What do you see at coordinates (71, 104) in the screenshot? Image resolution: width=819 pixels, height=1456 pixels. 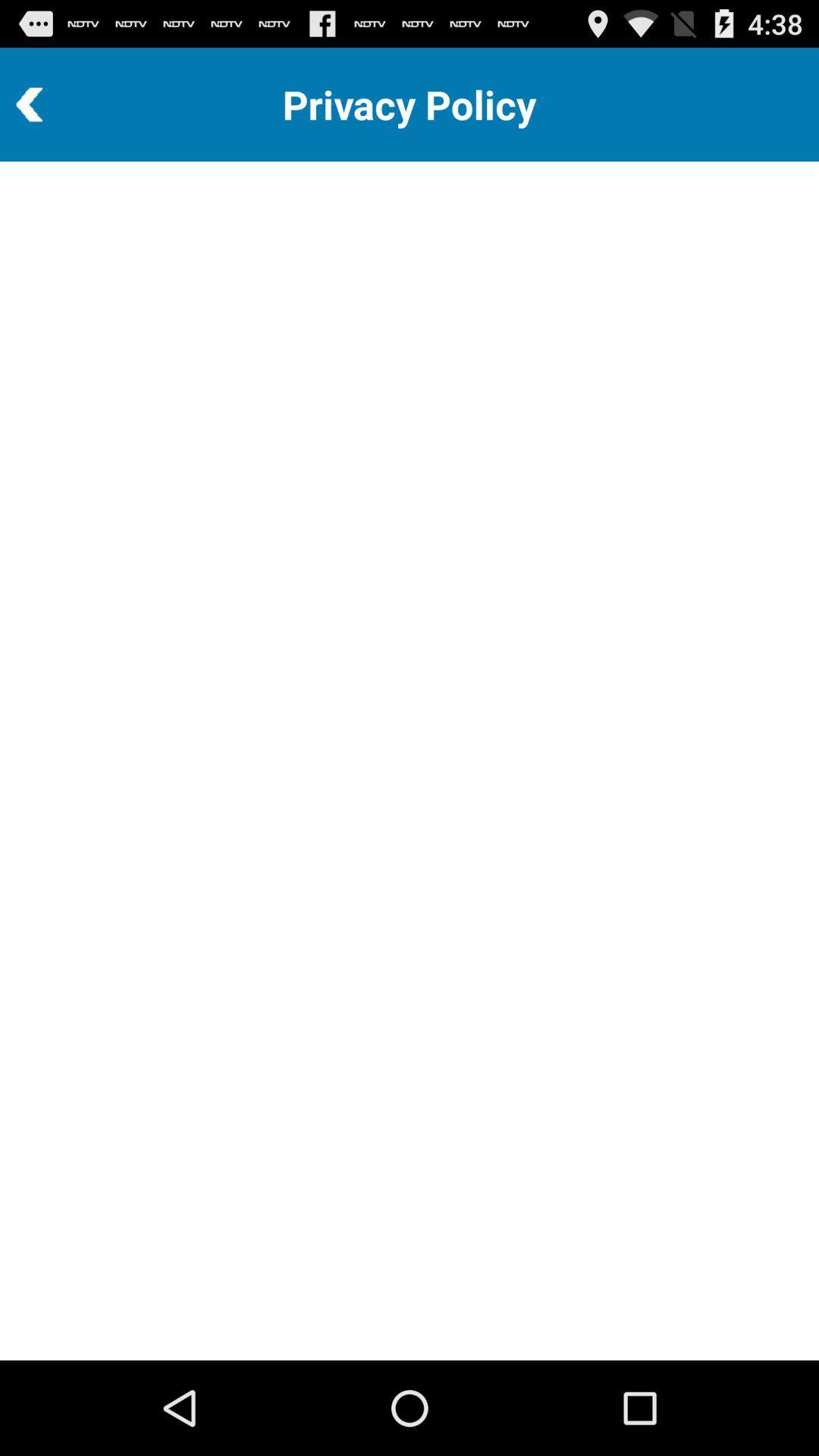 I see `icon to the left of privacy policy icon` at bounding box center [71, 104].